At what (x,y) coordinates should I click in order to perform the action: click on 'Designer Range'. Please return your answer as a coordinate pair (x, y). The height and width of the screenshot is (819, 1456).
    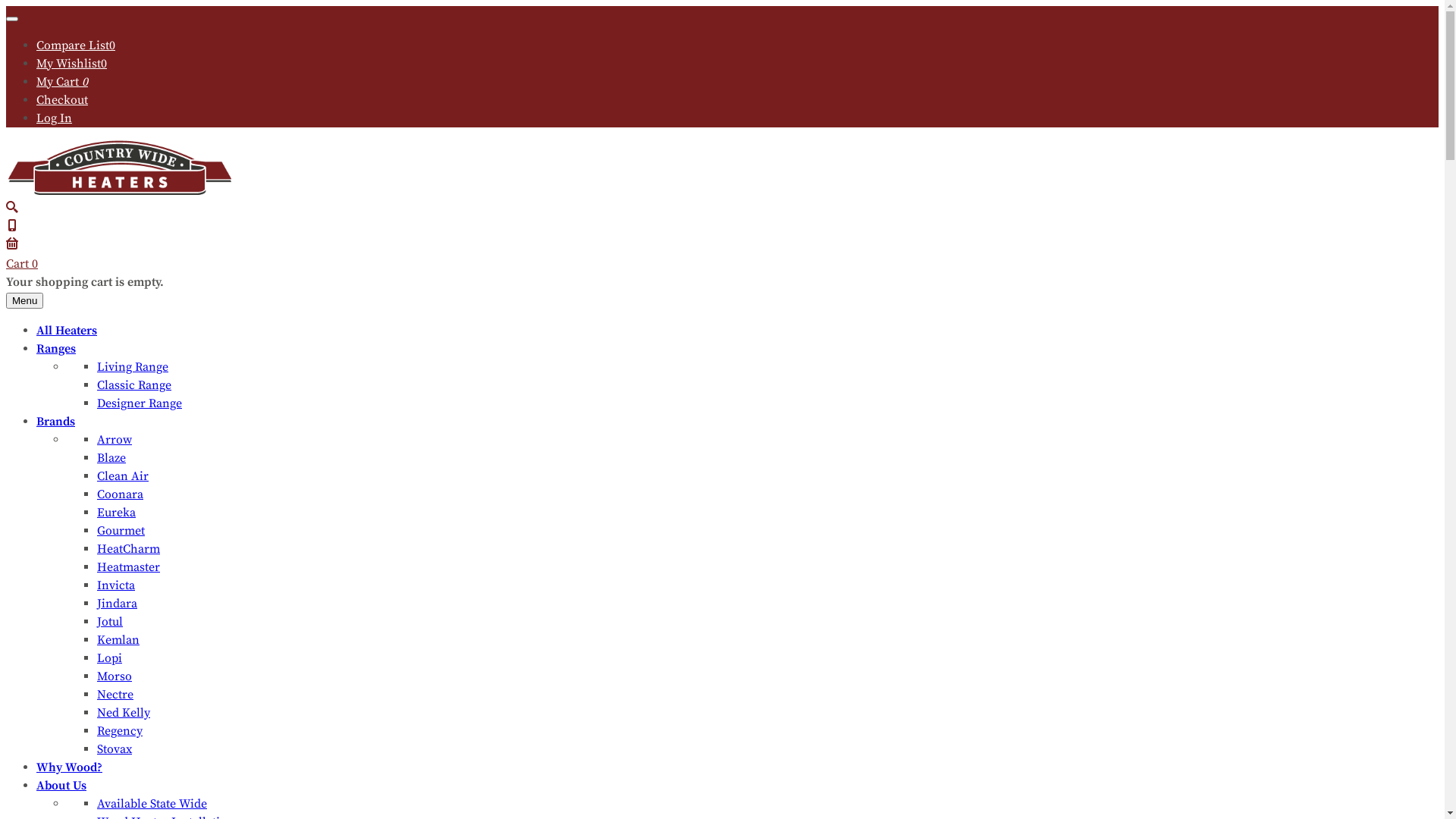
    Looking at the image, I should click on (96, 403).